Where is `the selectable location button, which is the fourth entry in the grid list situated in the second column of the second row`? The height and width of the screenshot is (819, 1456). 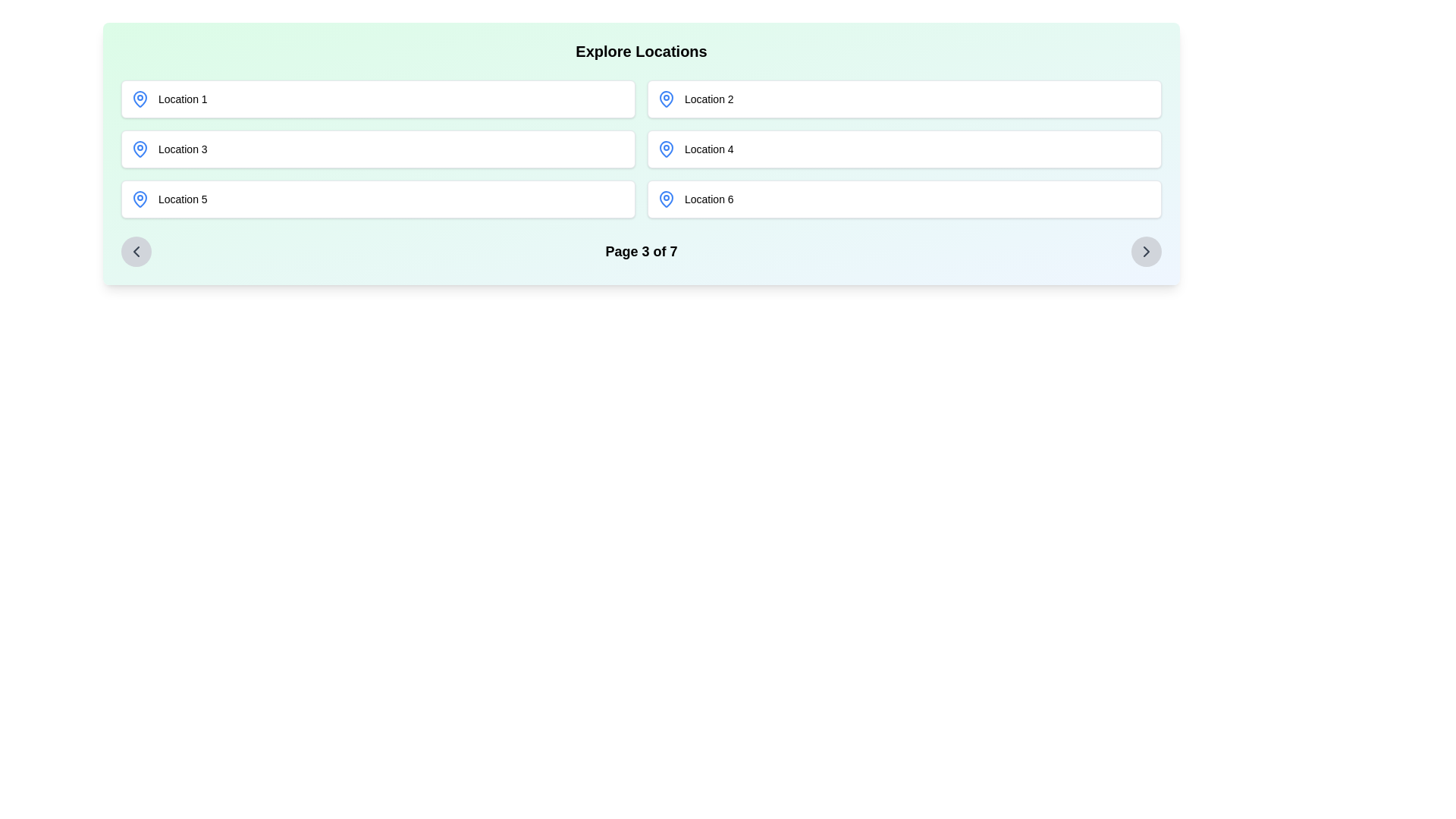
the selectable location button, which is the fourth entry in the grid list situated in the second column of the second row is located at coordinates (905, 149).